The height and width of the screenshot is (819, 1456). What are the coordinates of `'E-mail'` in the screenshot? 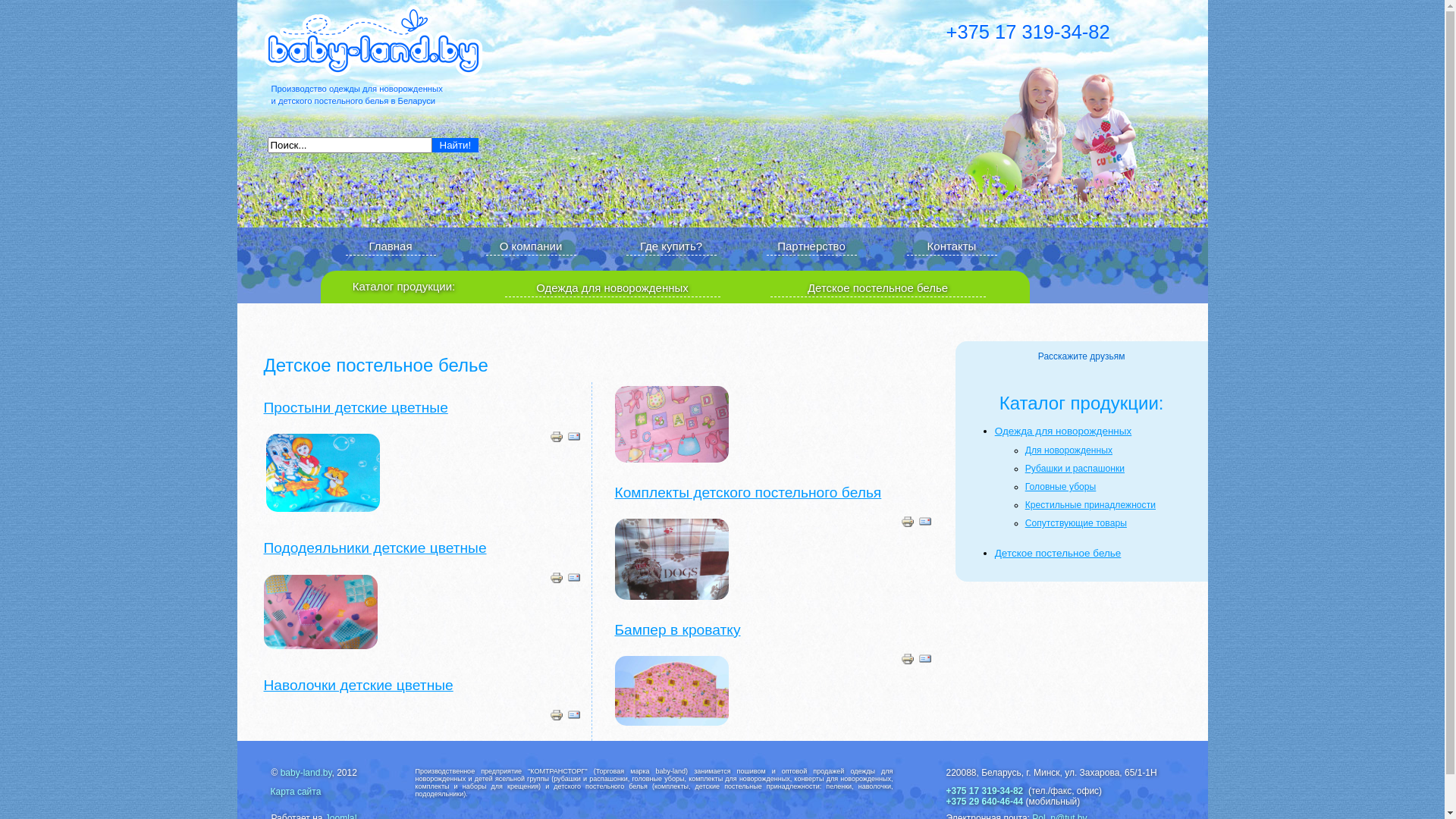 It's located at (573, 441).